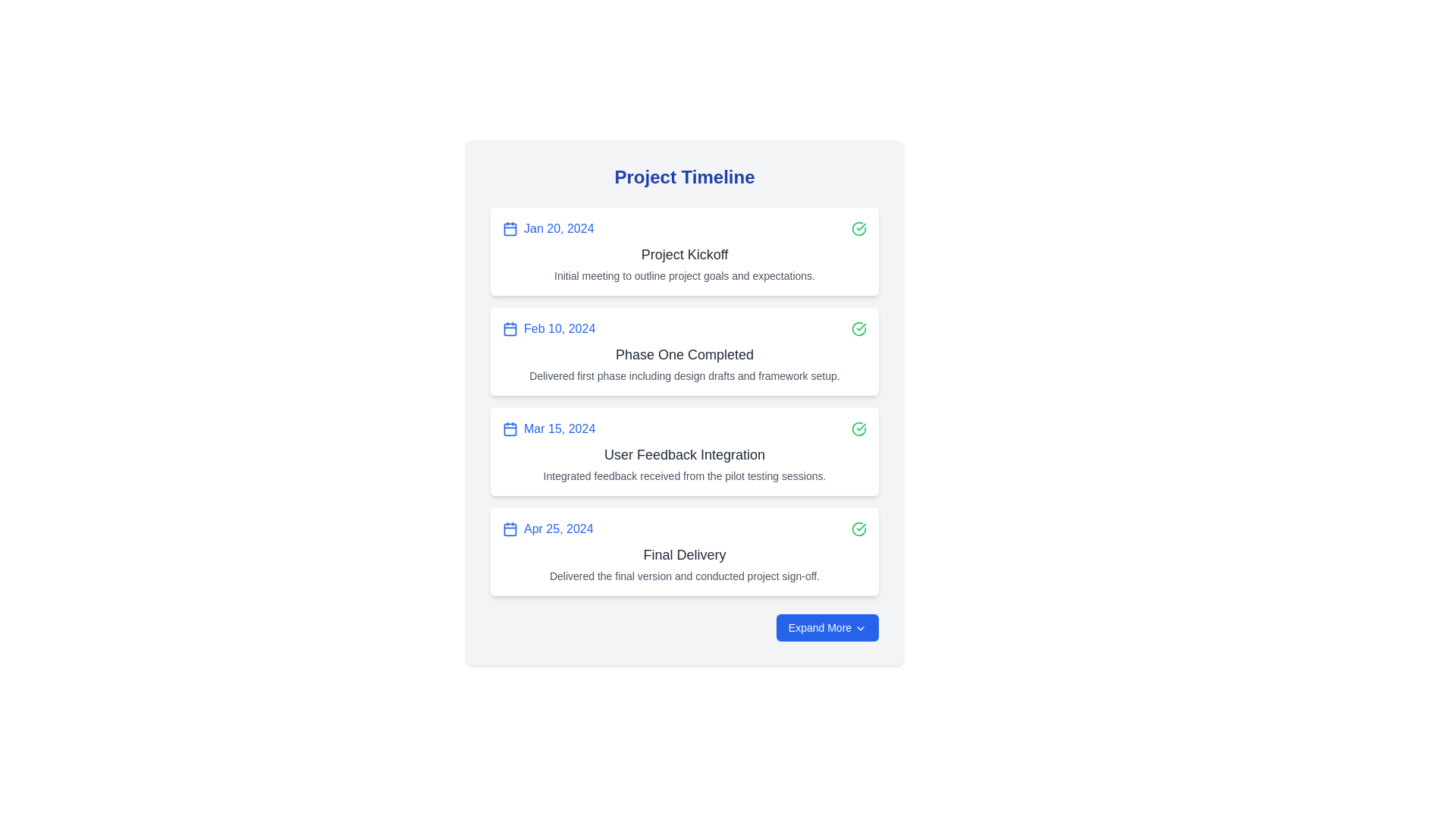 The width and height of the screenshot is (1456, 819). Describe the element at coordinates (683, 576) in the screenshot. I see `the text label that reads 'Delivered the final version and conducted project sign-off.' located below the heading 'Final Delivery' within the project milestone section` at that location.